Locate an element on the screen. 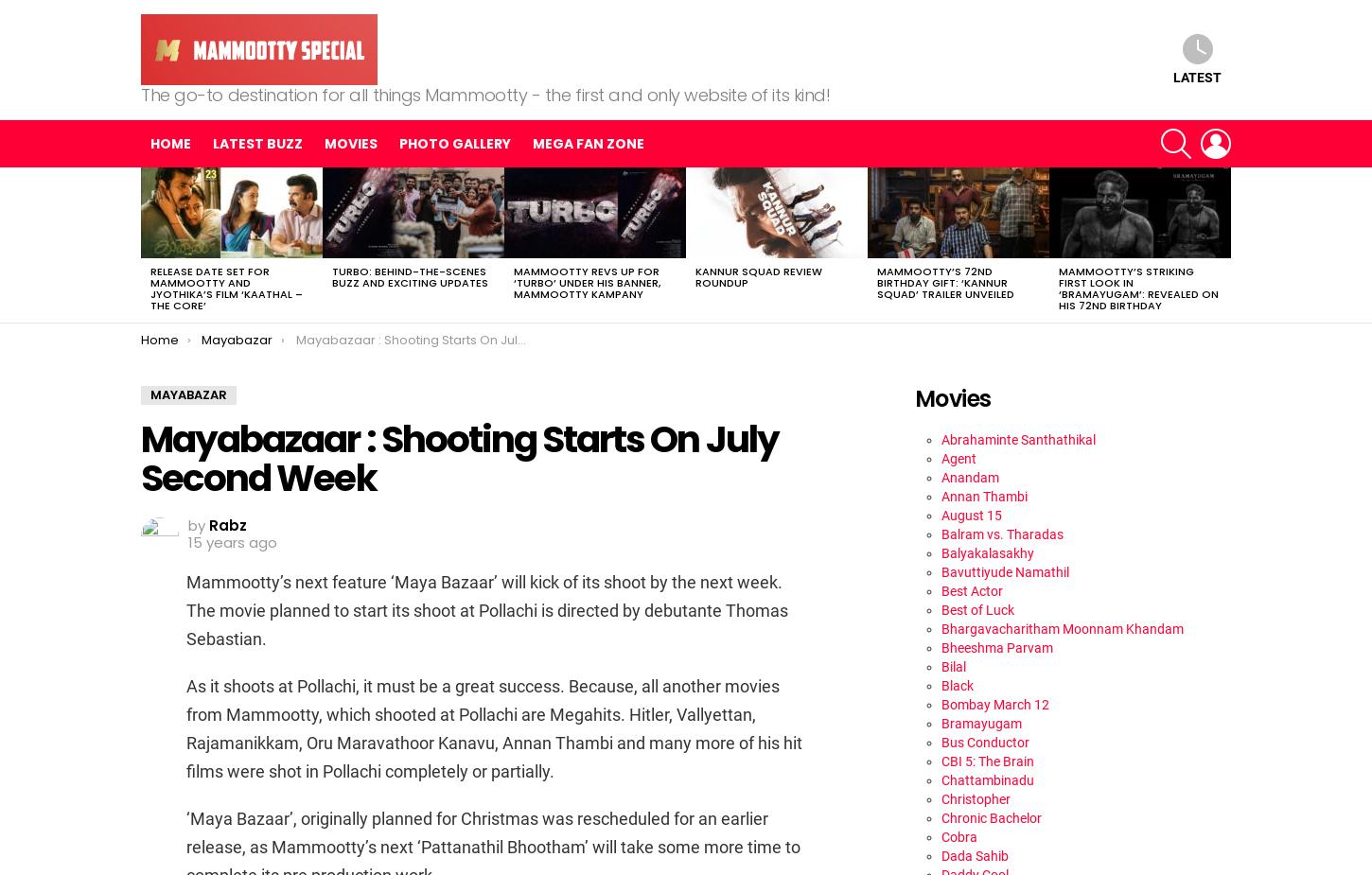  'Cobra' is located at coordinates (941, 836).